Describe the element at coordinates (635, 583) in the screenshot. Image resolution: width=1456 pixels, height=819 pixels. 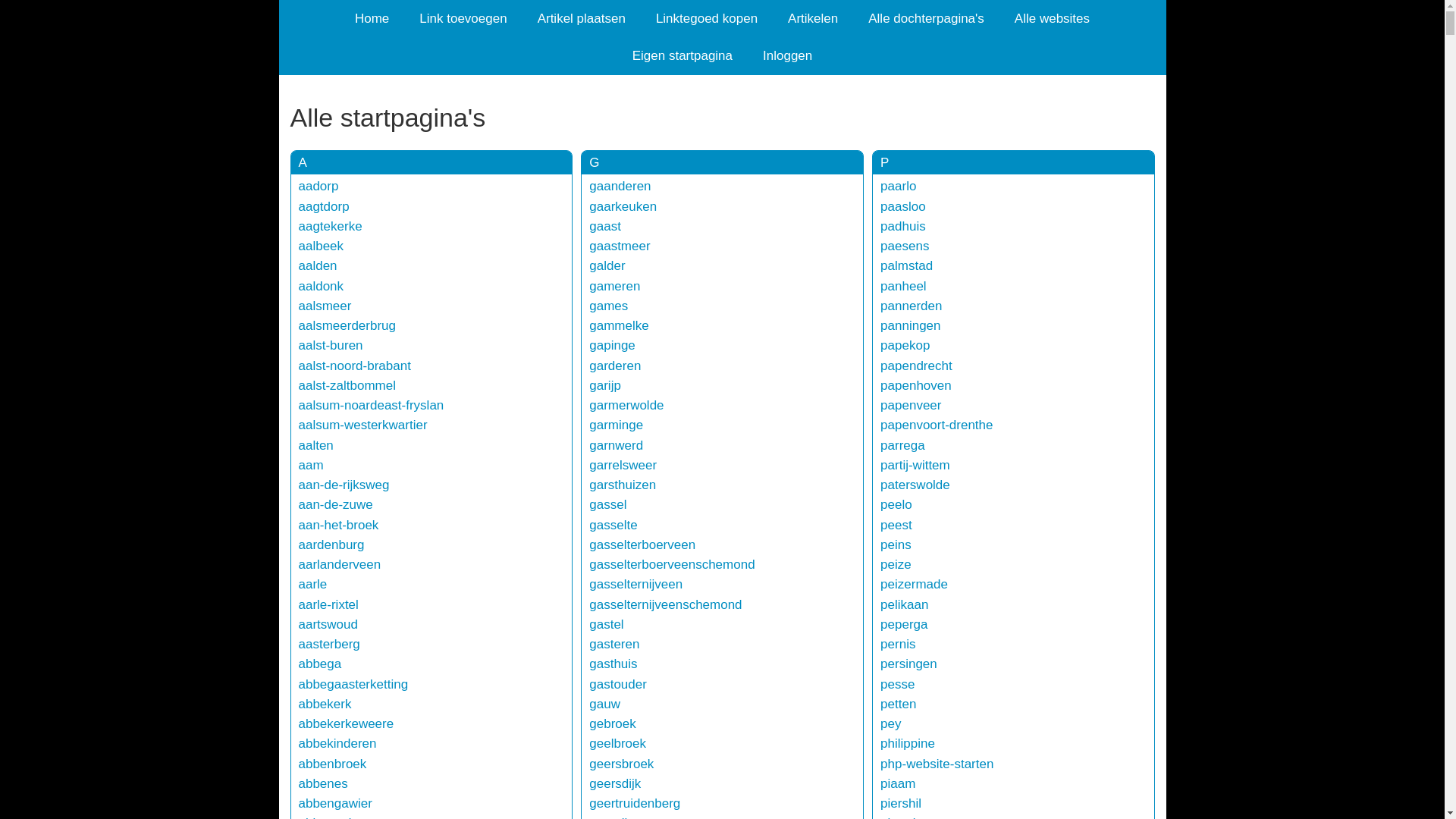
I see `'gasselternijveen'` at that location.